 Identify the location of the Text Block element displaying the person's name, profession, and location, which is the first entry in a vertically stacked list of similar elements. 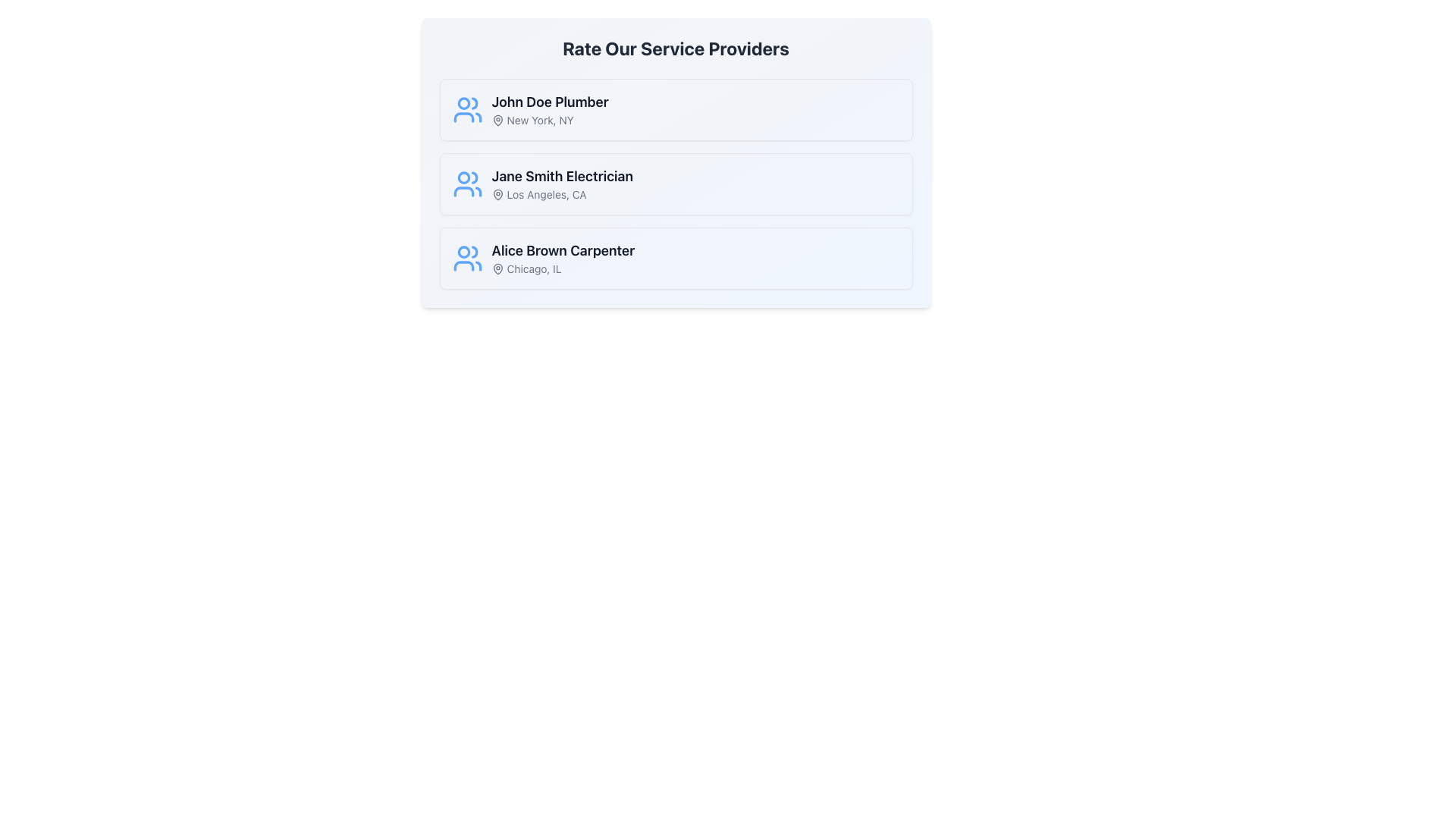
(549, 109).